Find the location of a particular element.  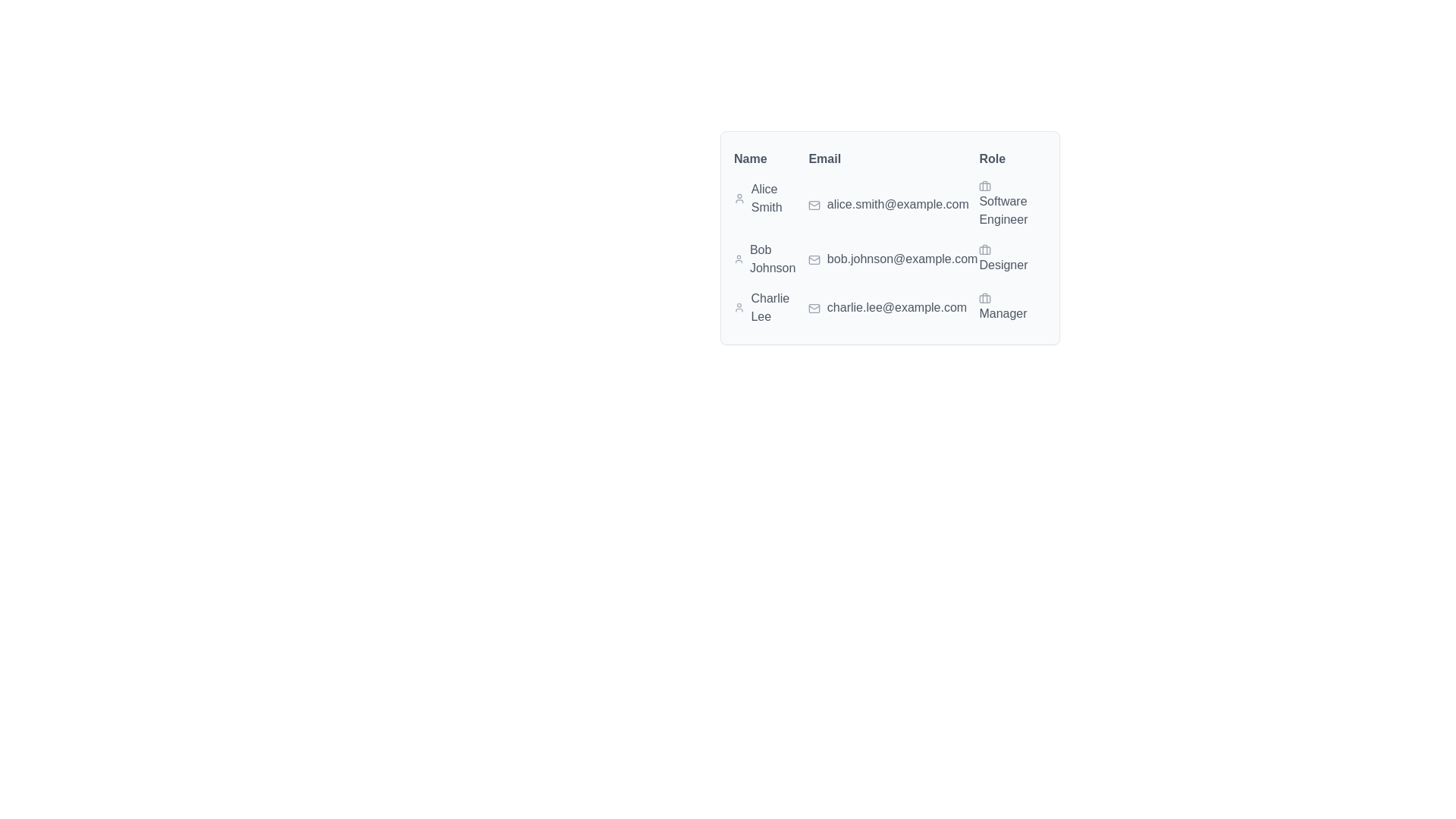

the small gray mail icon with a rectangular outline, located in the Email column of the first row is located at coordinates (814, 205).